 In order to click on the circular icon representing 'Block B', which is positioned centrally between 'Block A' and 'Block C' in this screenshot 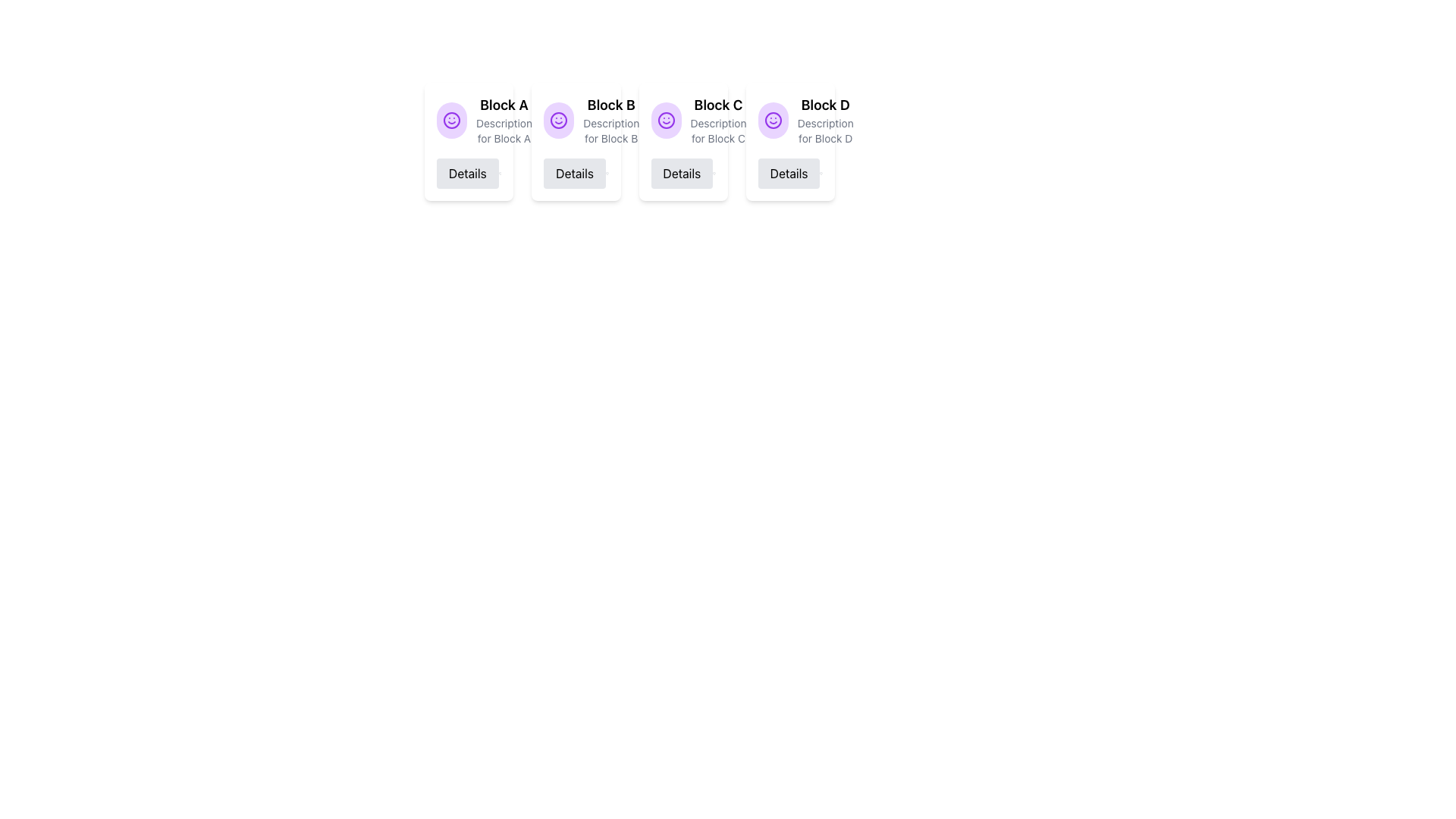, I will do `click(666, 119)`.